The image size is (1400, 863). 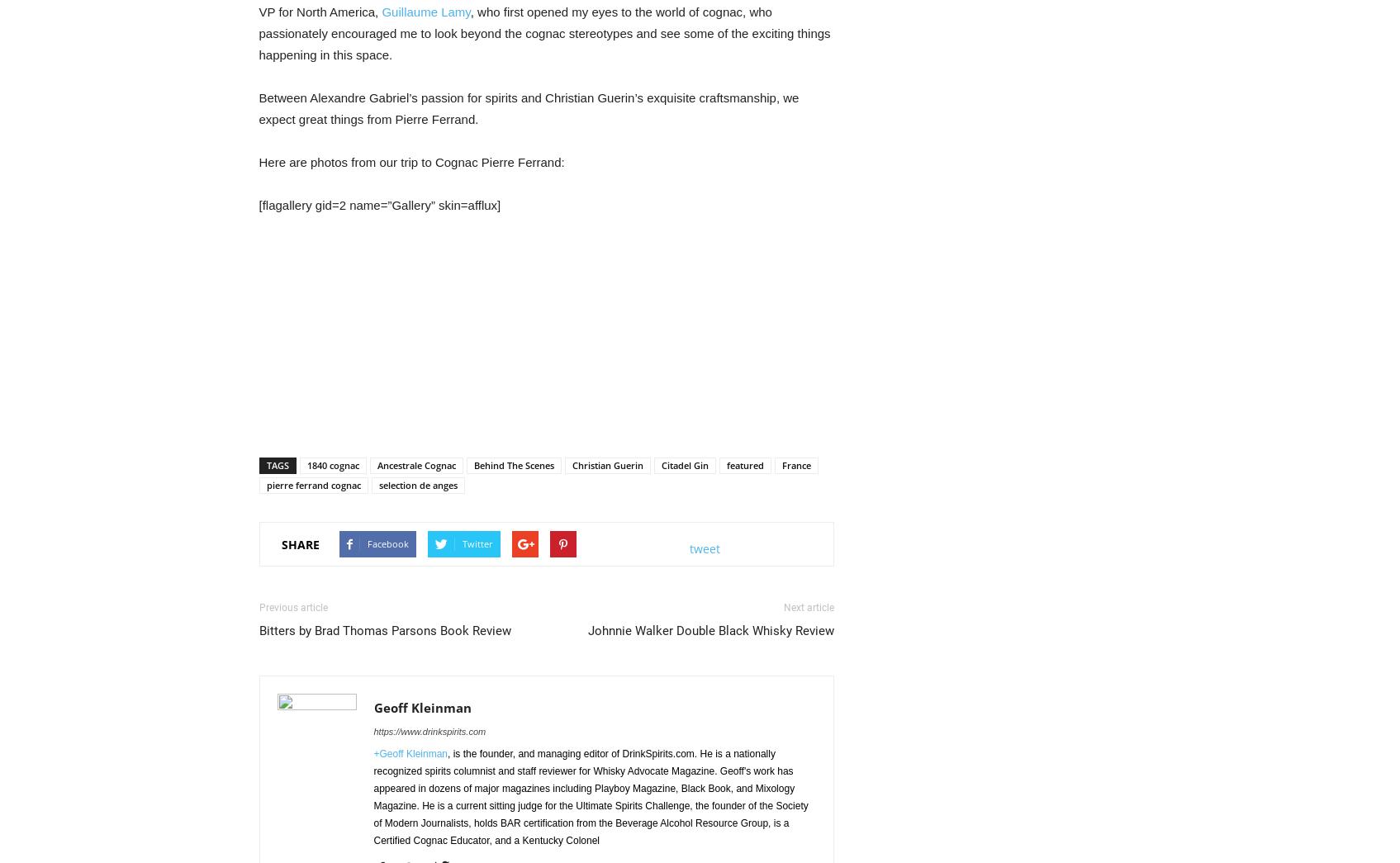 What do you see at coordinates (605, 465) in the screenshot?
I see `'Christian Guerin'` at bounding box center [605, 465].